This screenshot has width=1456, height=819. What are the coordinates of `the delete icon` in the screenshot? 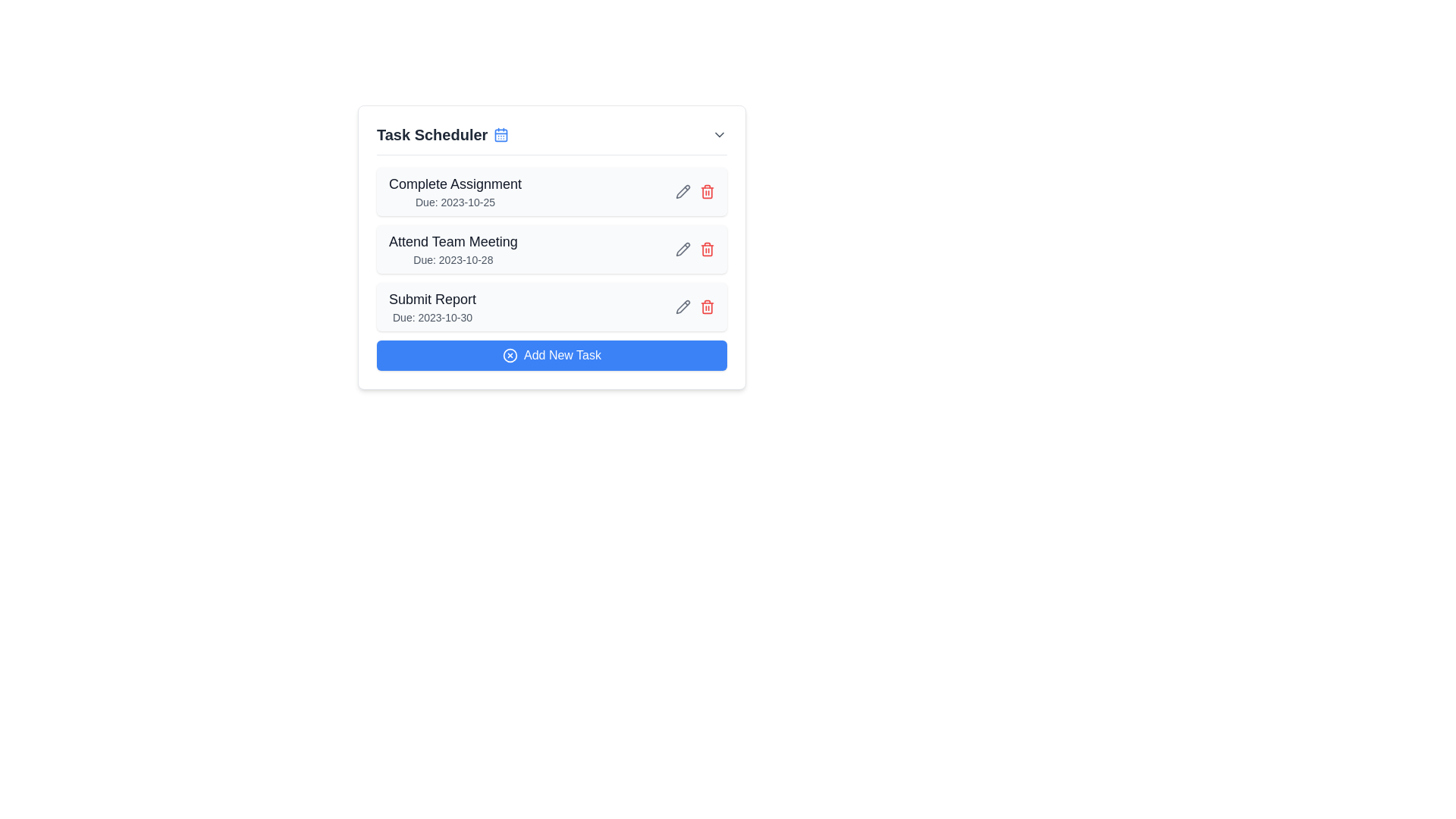 It's located at (706, 307).